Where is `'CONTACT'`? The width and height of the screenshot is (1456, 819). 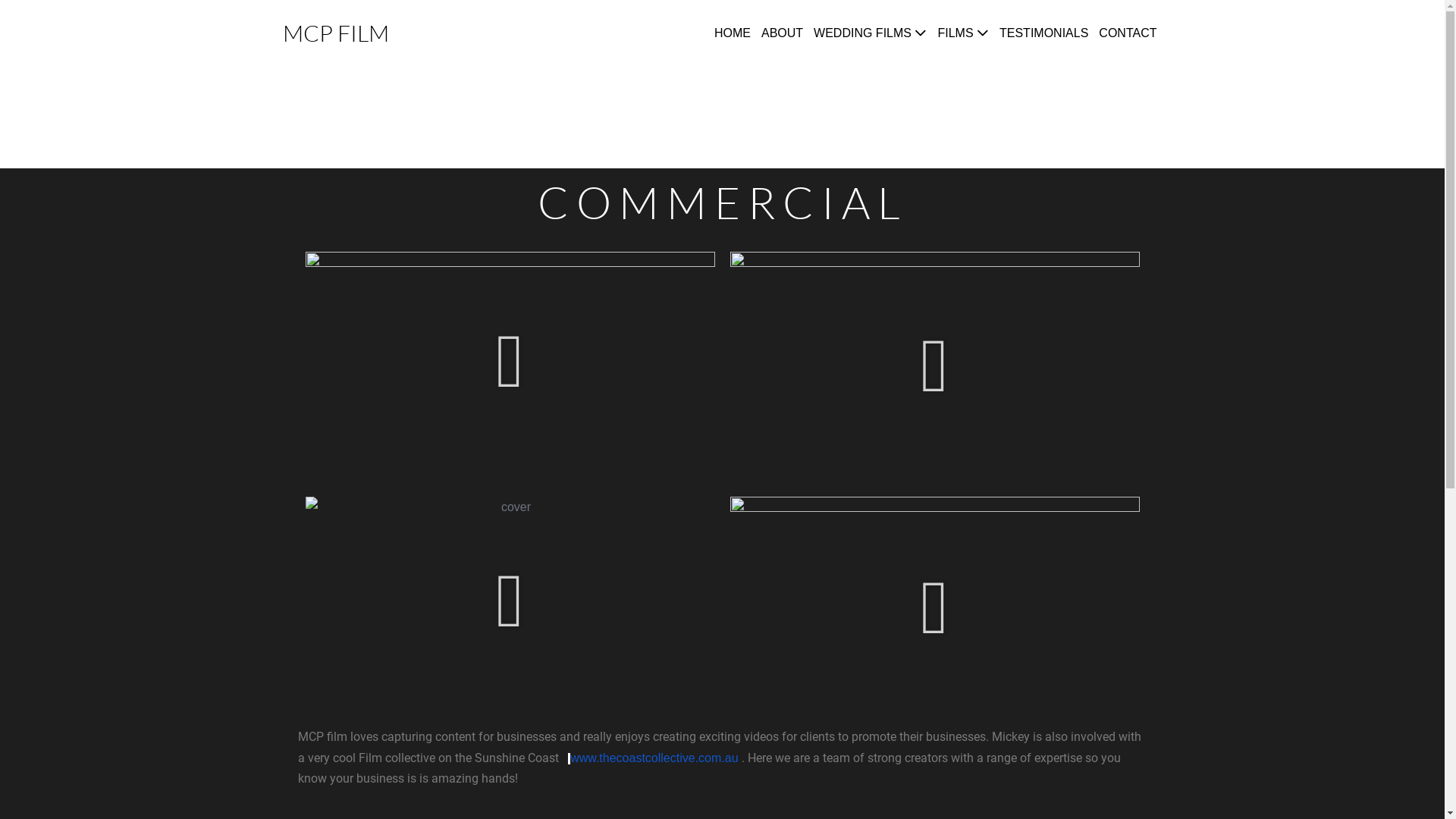 'CONTACT' is located at coordinates (1128, 33).